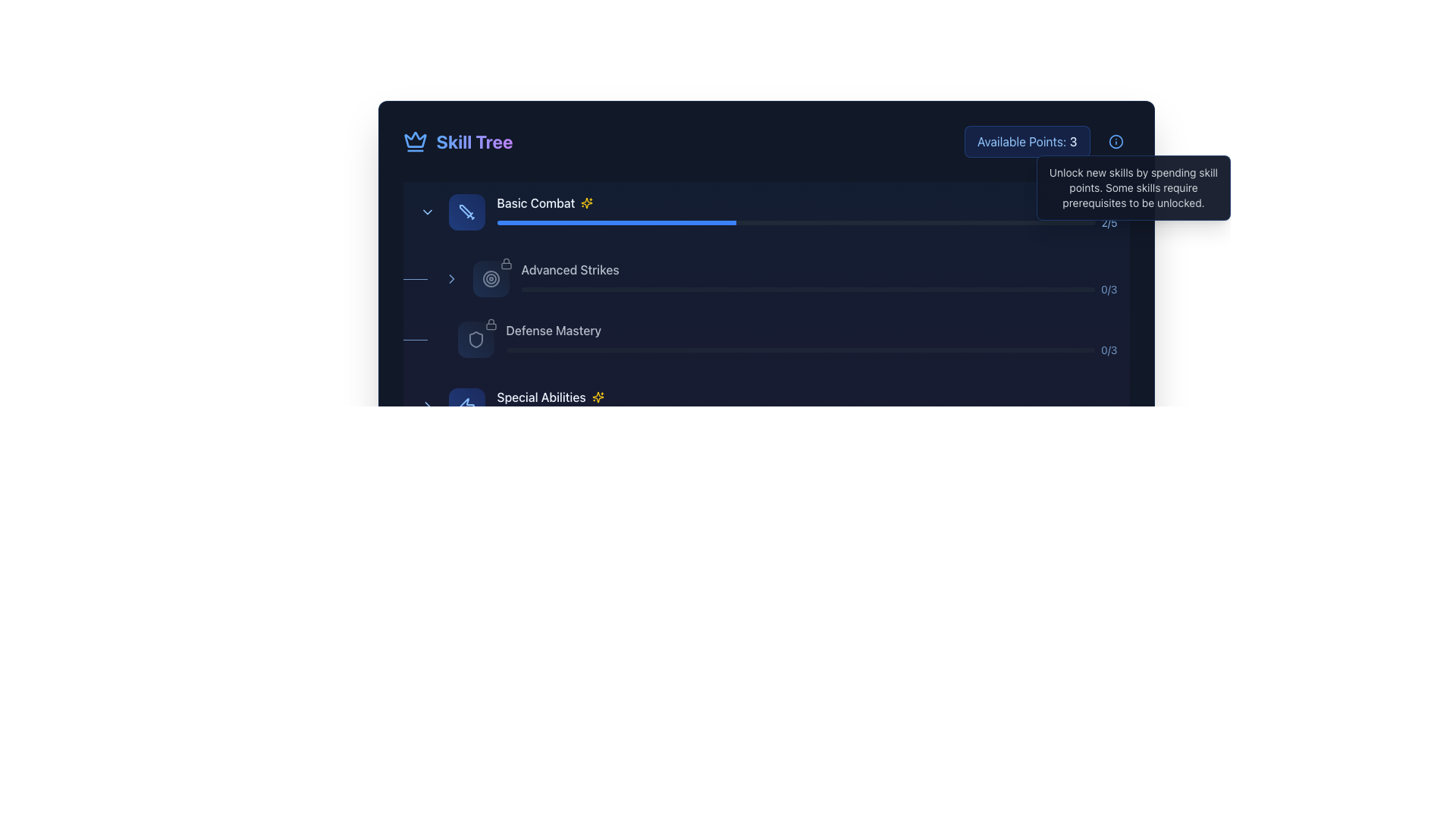 This screenshot has width=1456, height=819. What do you see at coordinates (450, 278) in the screenshot?
I see `the toggle button with a chevron icon located to the immediate left of the 'Advanced Strikes' label in the skill tree interface` at bounding box center [450, 278].